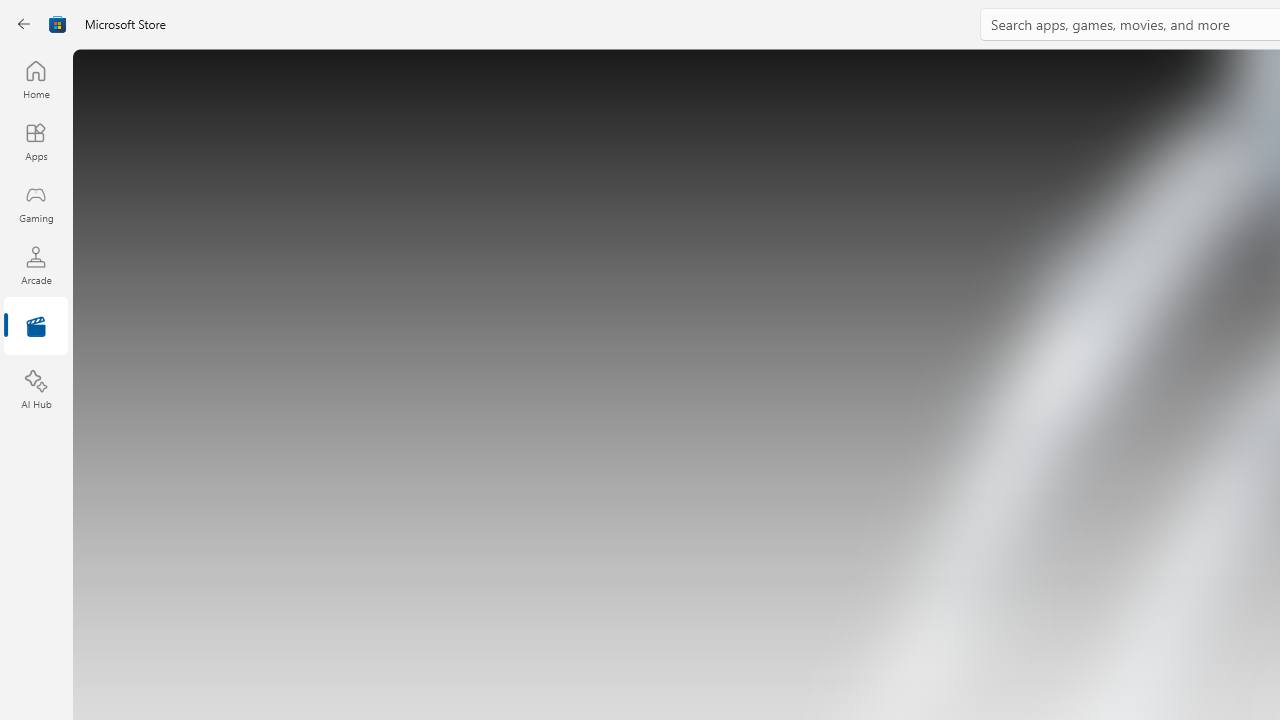 The height and width of the screenshot is (720, 1280). Describe the element at coordinates (24, 24) in the screenshot. I see `'Back'` at that location.